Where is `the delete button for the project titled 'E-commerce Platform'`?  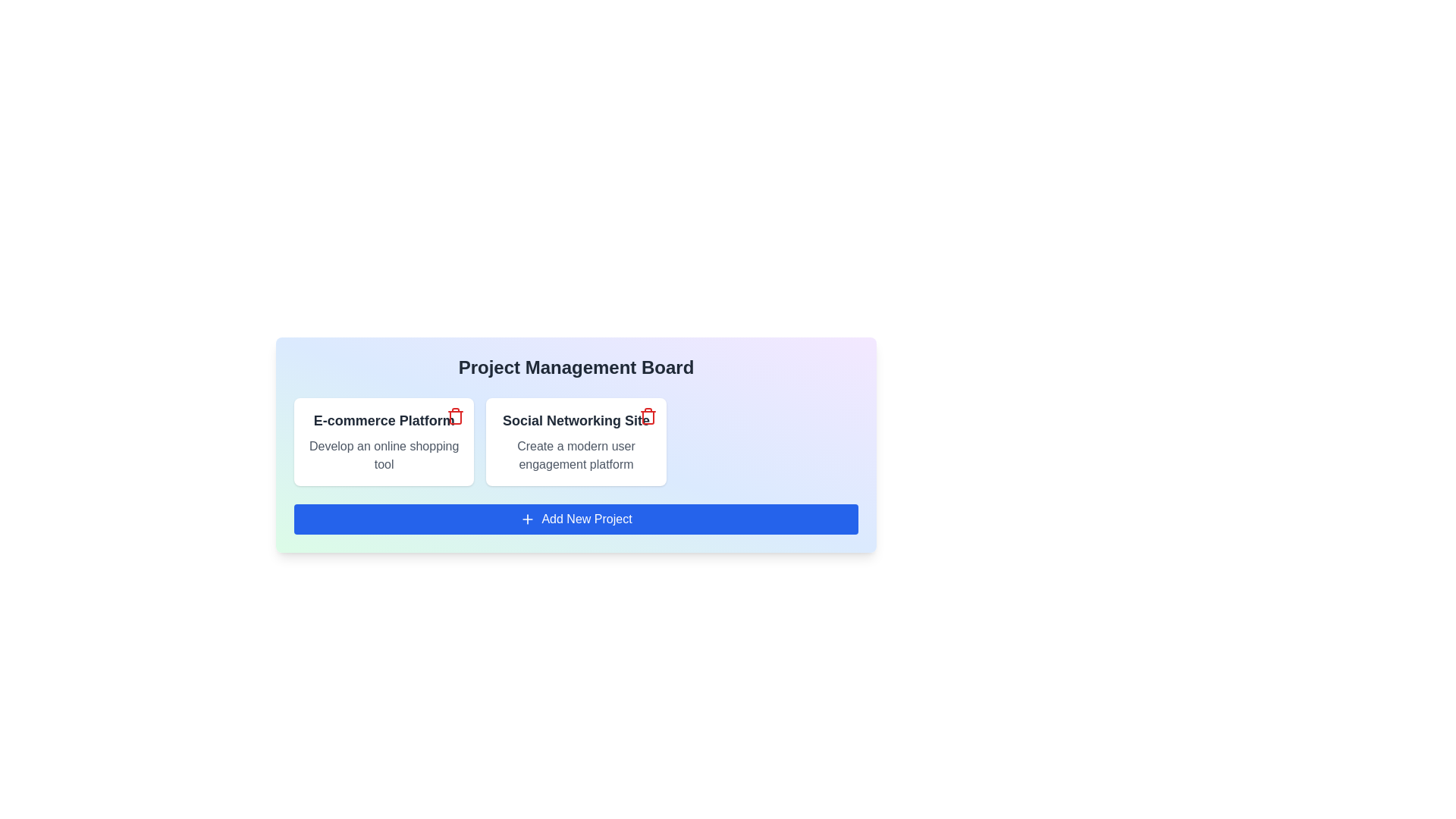
the delete button for the project titled 'E-commerce Platform' is located at coordinates (455, 416).